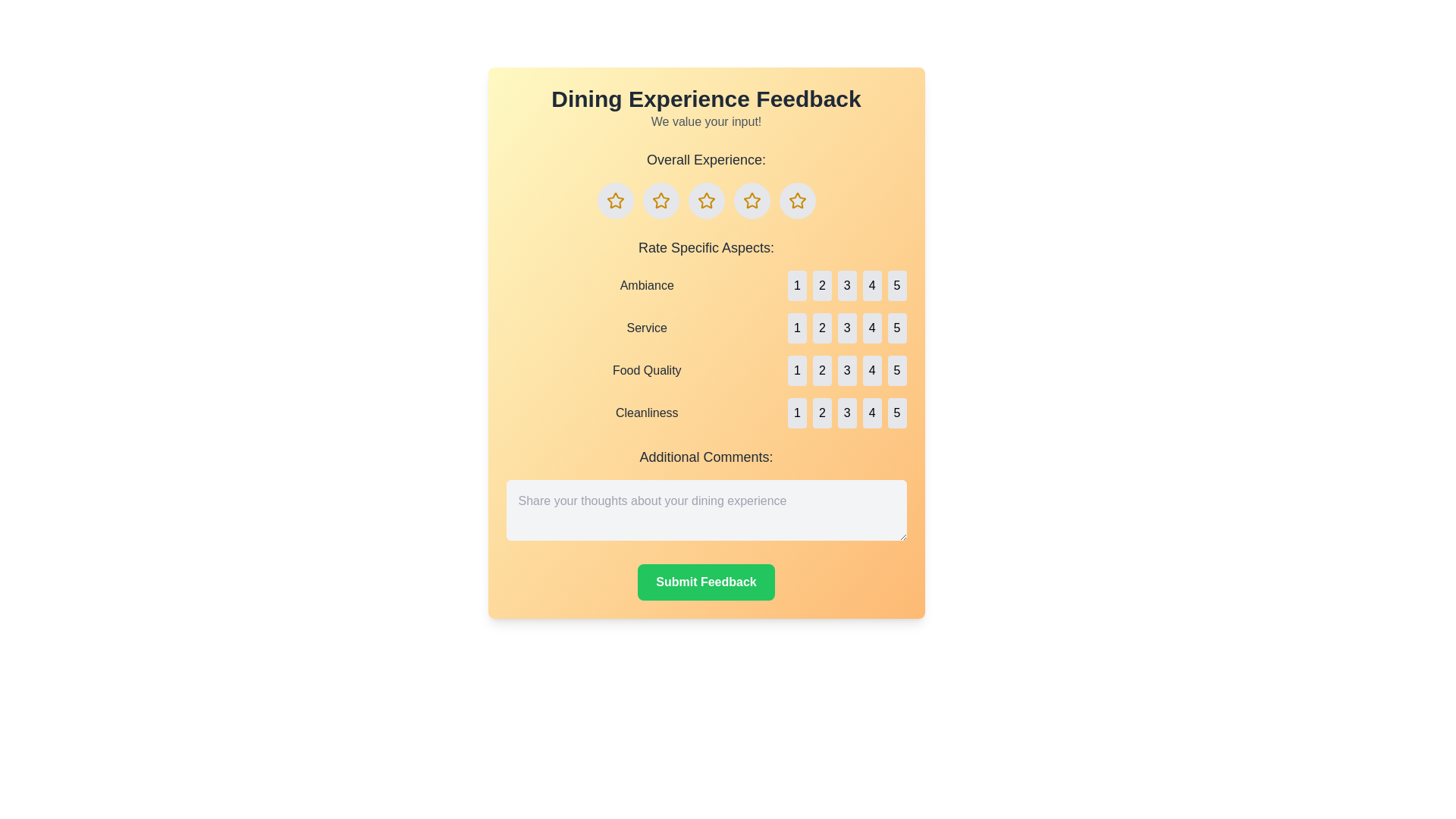 This screenshot has height=819, width=1456. I want to click on the second button in the horizontal group of five buttons under the 'Service' rating section, so click(821, 327).